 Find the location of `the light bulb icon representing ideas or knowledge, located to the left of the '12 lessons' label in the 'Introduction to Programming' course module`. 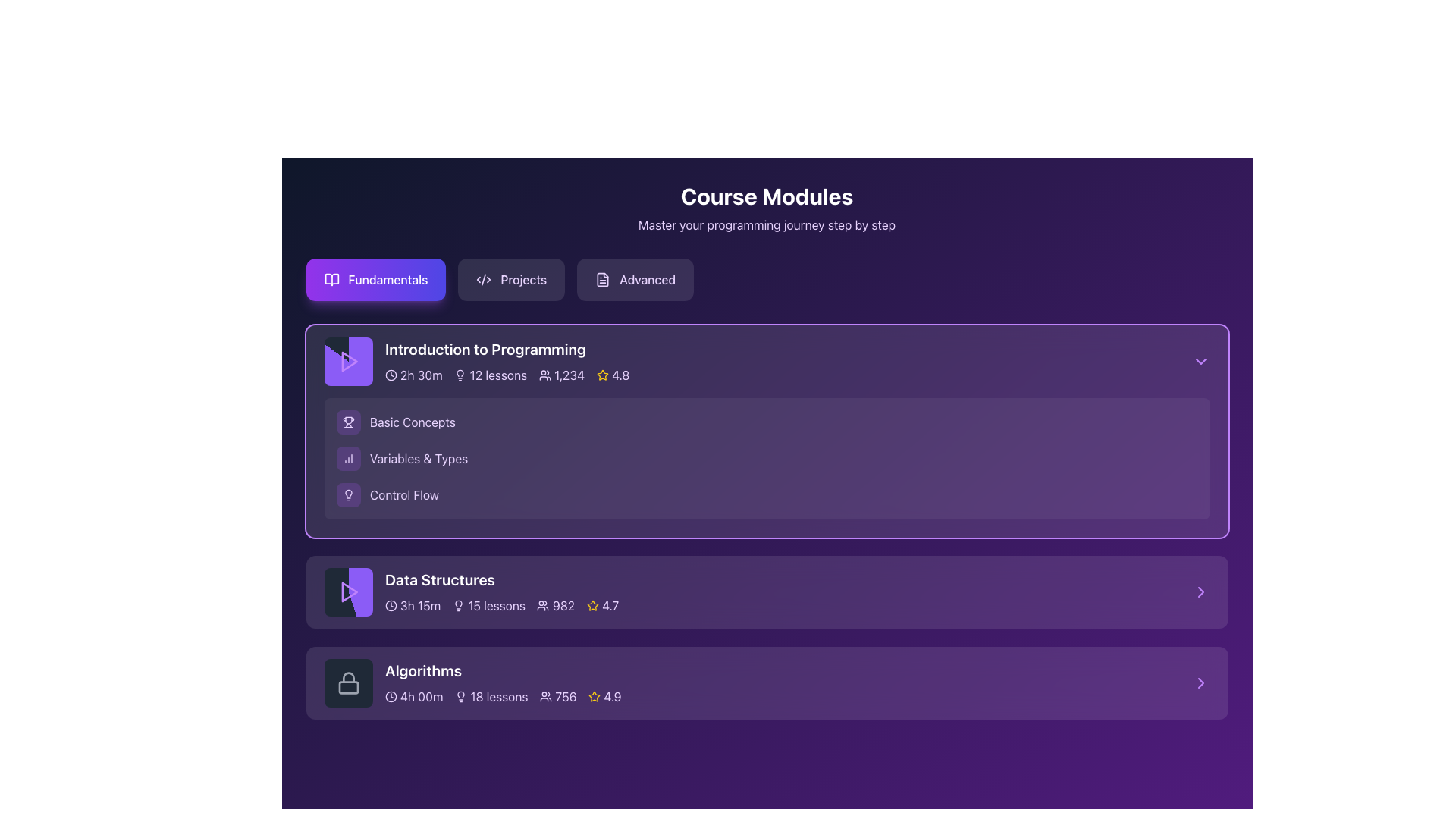

the light bulb icon representing ideas or knowledge, located to the left of the '12 lessons' label in the 'Introduction to Programming' course module is located at coordinates (460, 375).